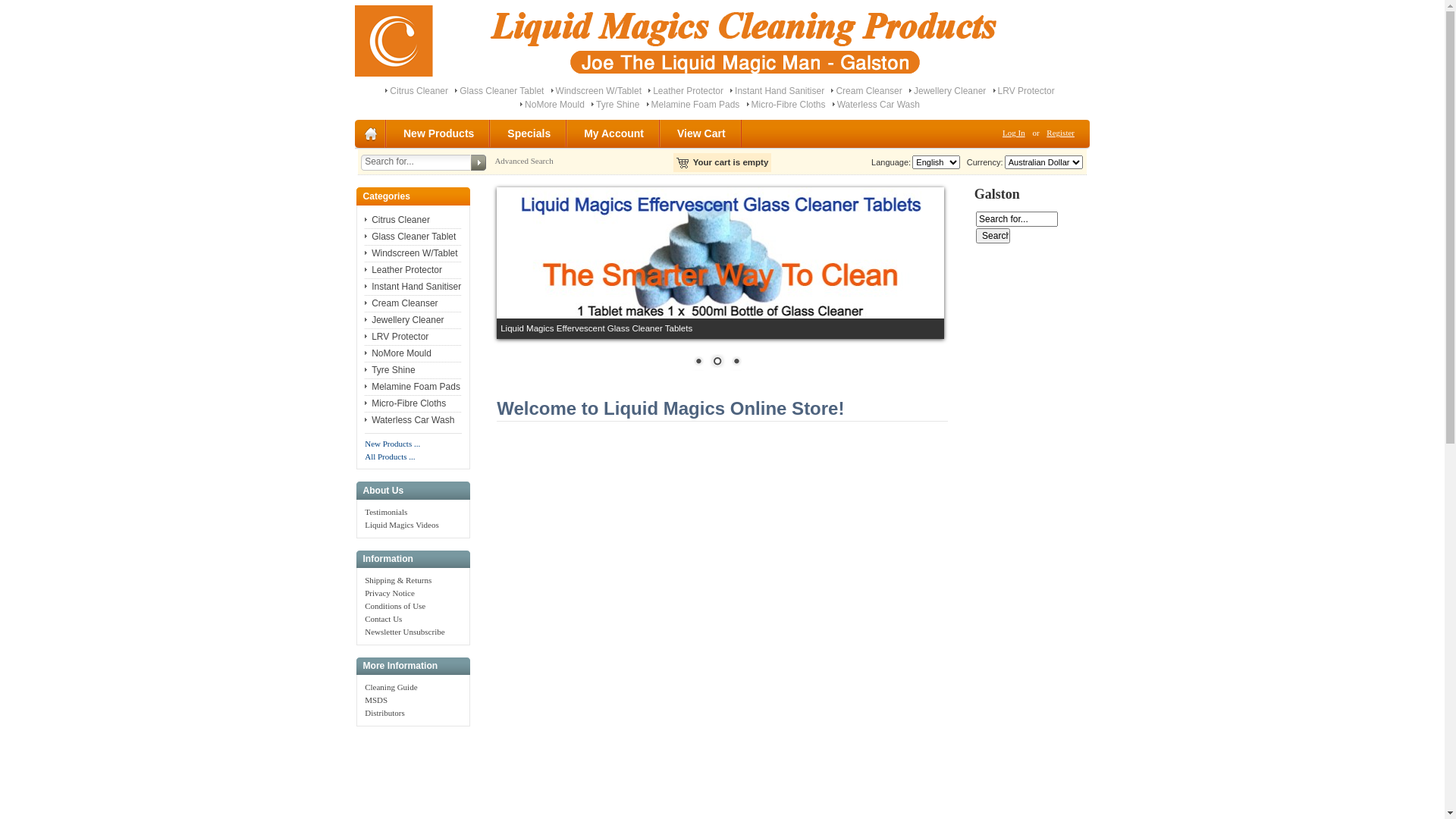  Describe the element at coordinates (993, 90) in the screenshot. I see `'LRV Protector'` at that location.